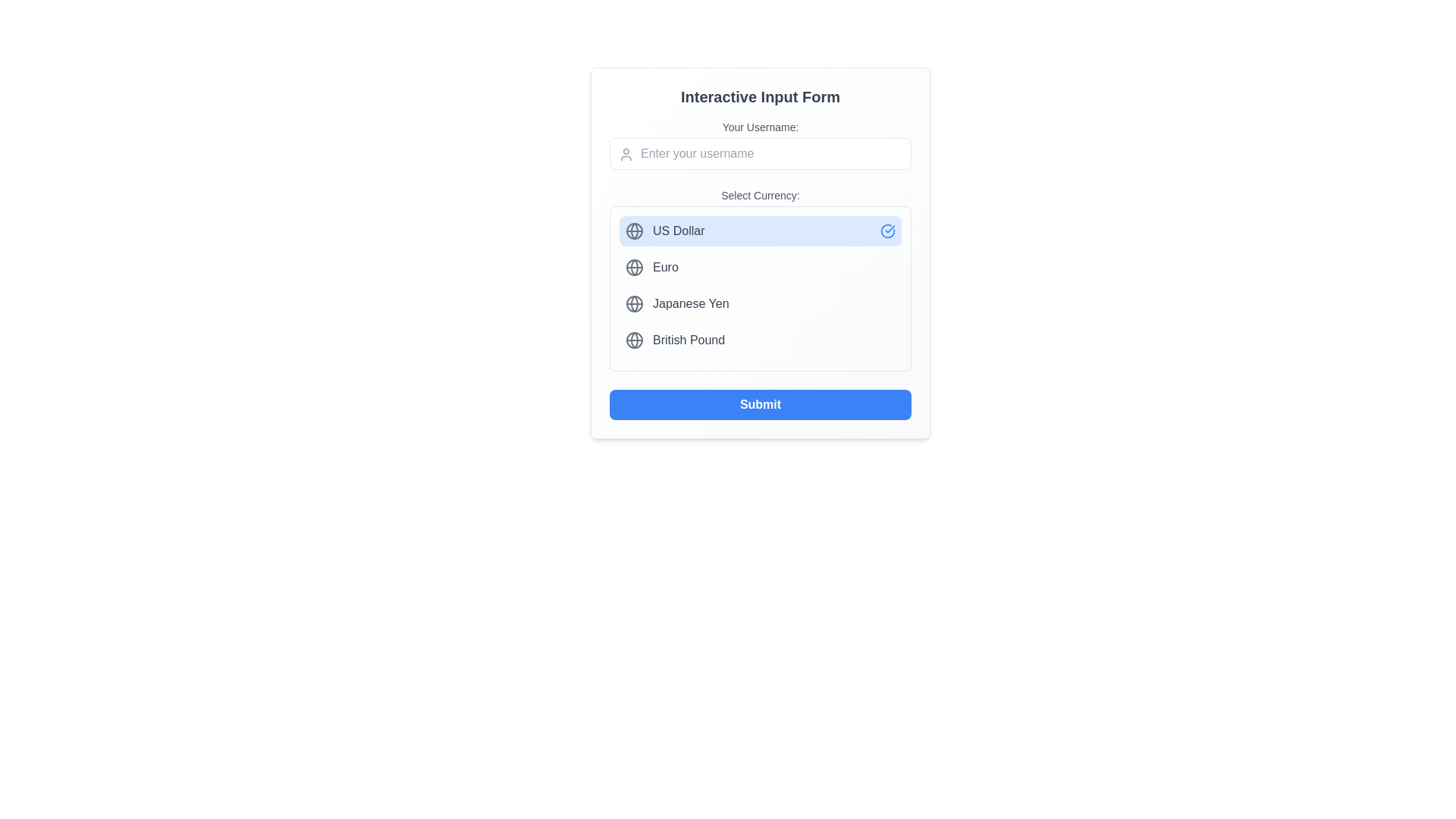  Describe the element at coordinates (690, 304) in the screenshot. I see `the 'Japanese Yen' text label` at that location.